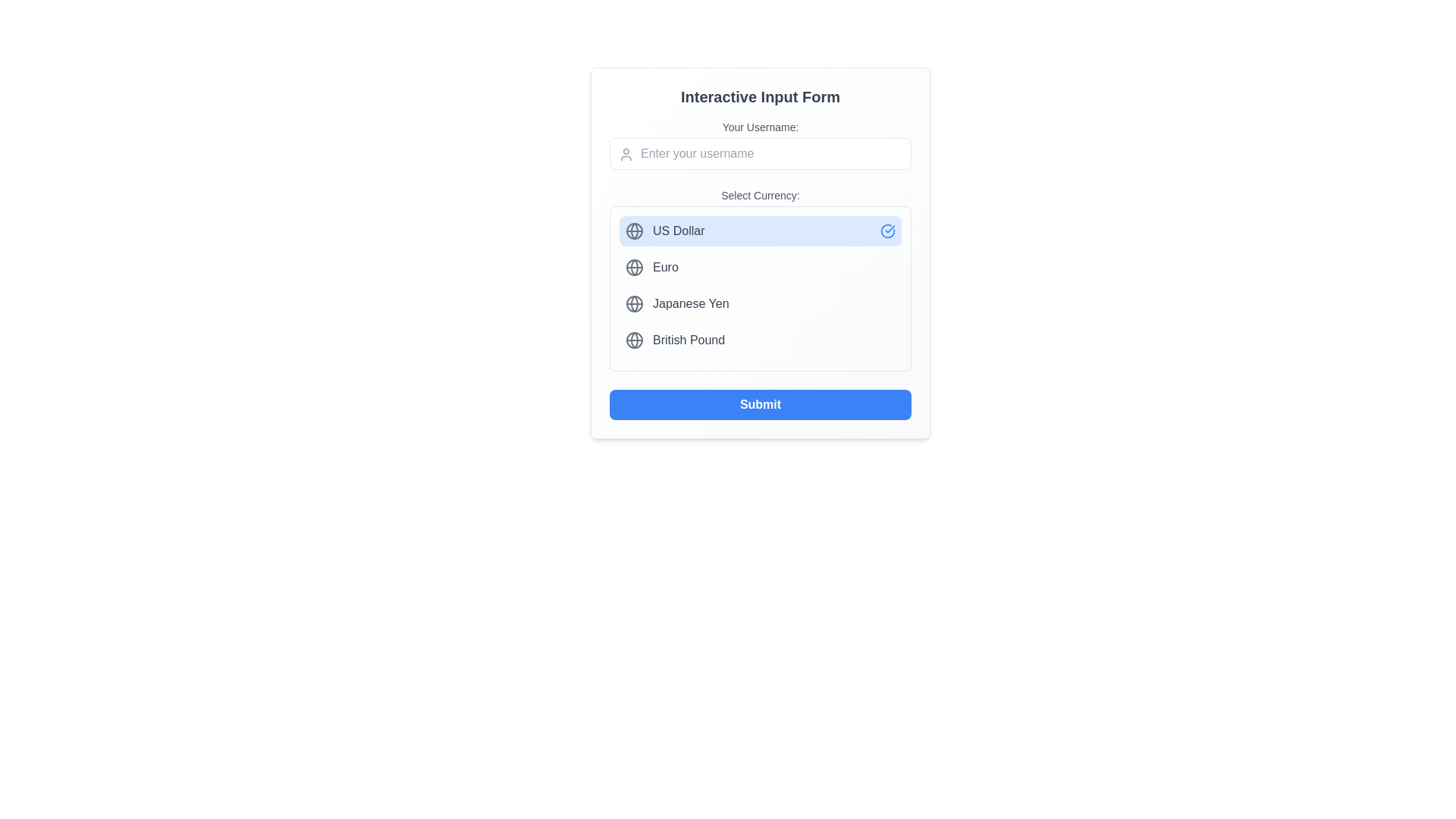  Describe the element at coordinates (690, 304) in the screenshot. I see `the 'Japanese Yen' text label` at that location.